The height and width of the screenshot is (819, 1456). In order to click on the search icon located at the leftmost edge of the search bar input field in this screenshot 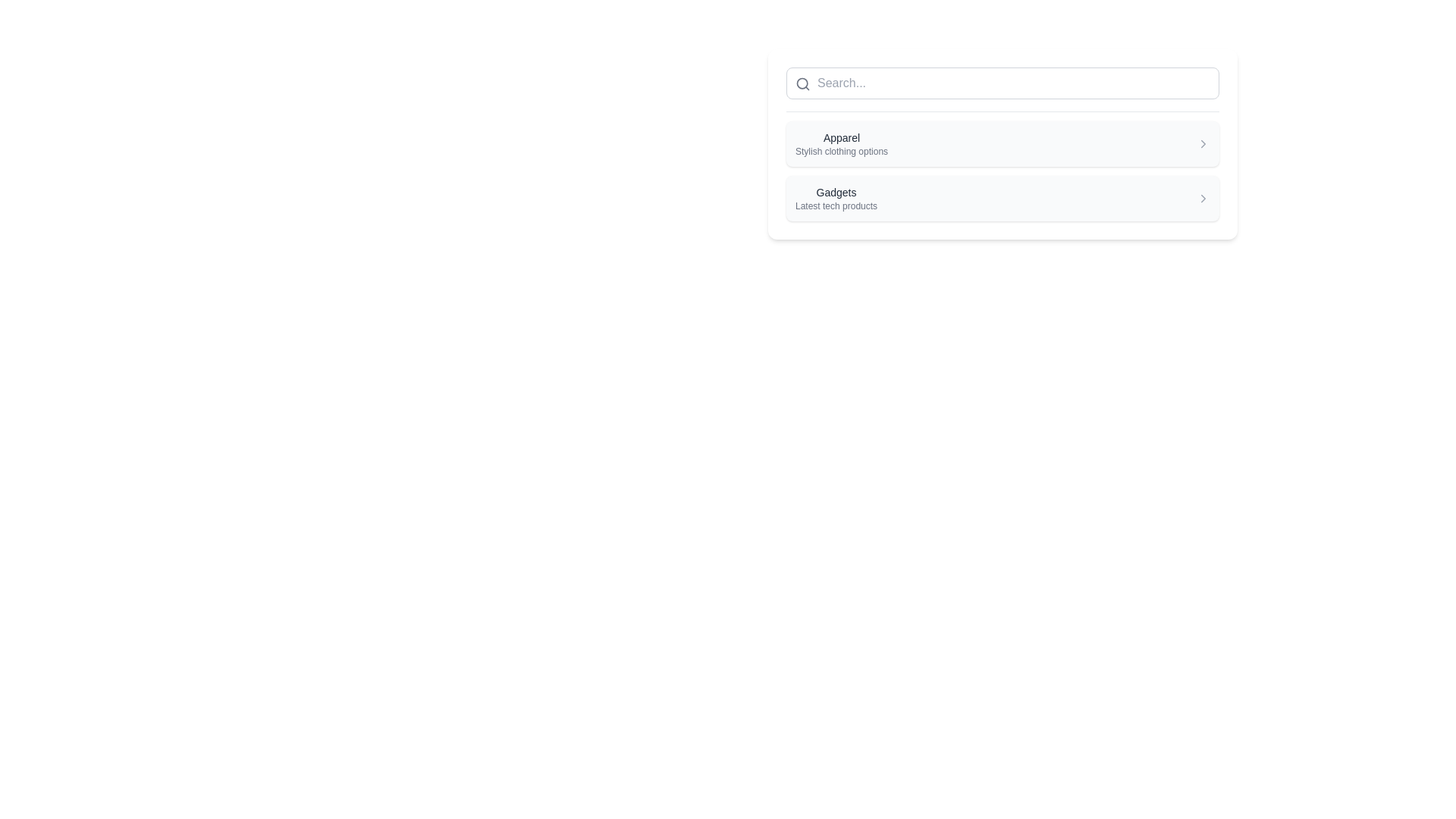, I will do `click(802, 84)`.